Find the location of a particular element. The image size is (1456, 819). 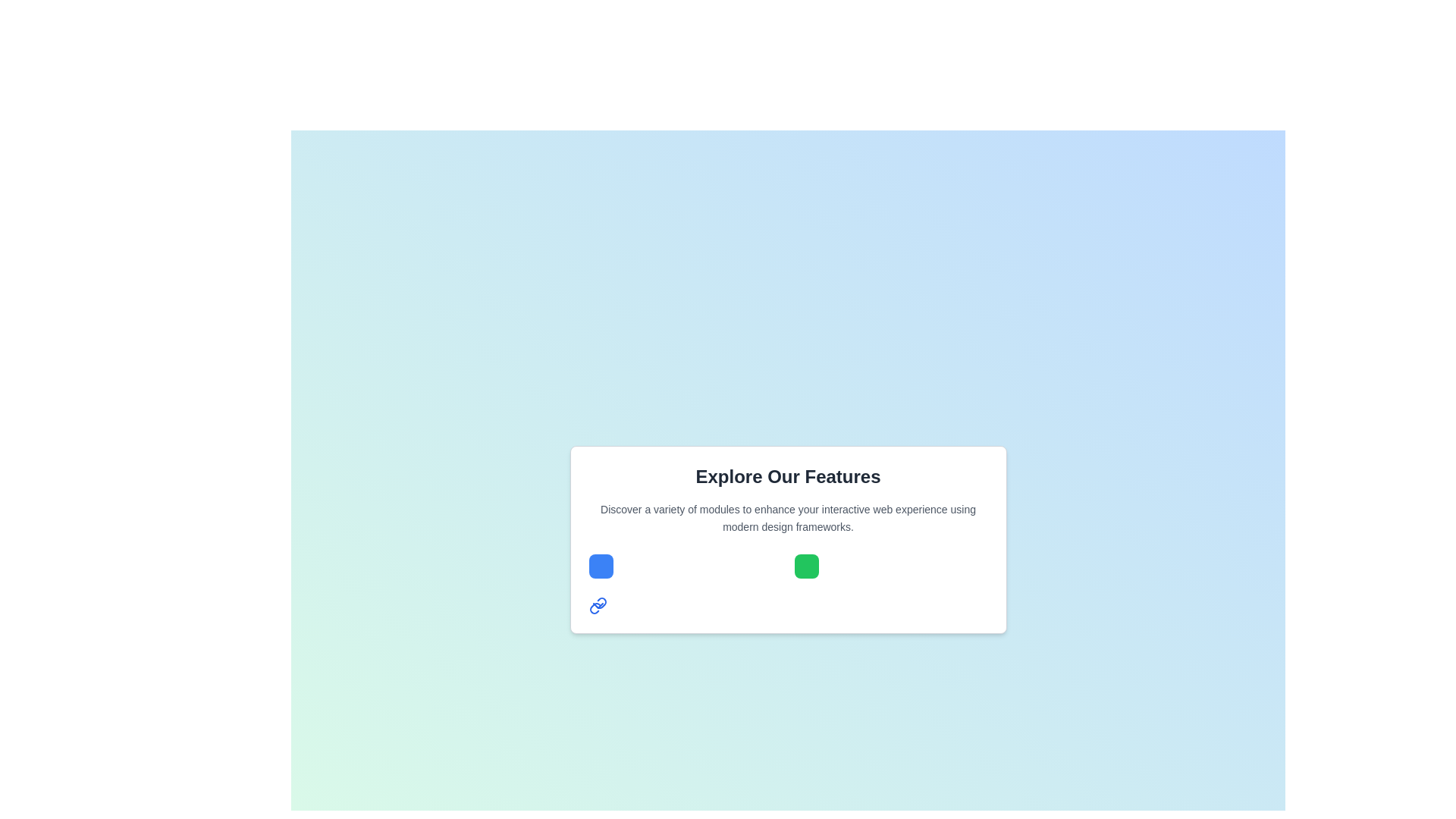

the button labeled 'Feature 1' located in the top-left part of the grid is located at coordinates (600, 566).